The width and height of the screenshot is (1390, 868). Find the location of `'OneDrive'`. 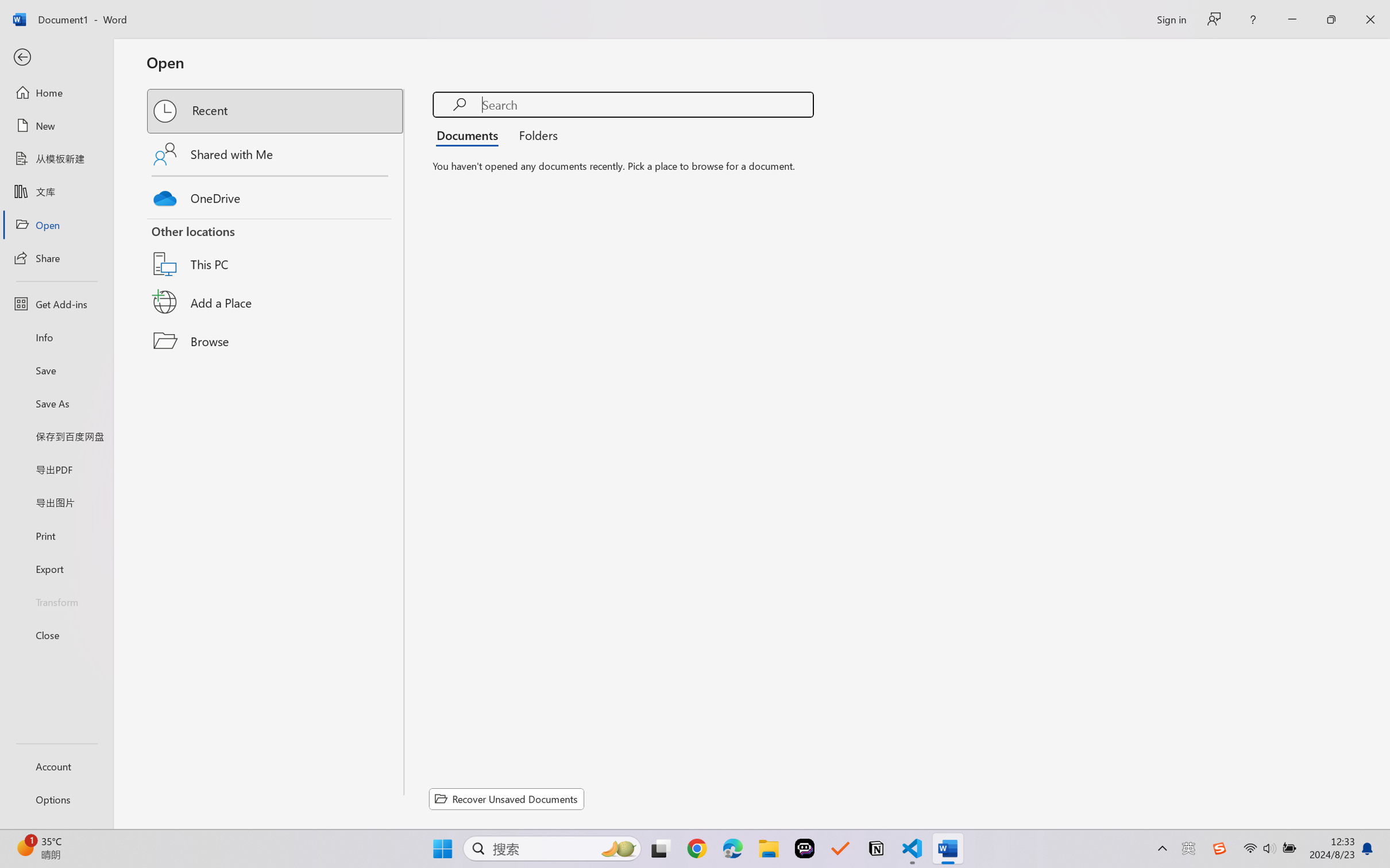

'OneDrive' is located at coordinates (276, 195).